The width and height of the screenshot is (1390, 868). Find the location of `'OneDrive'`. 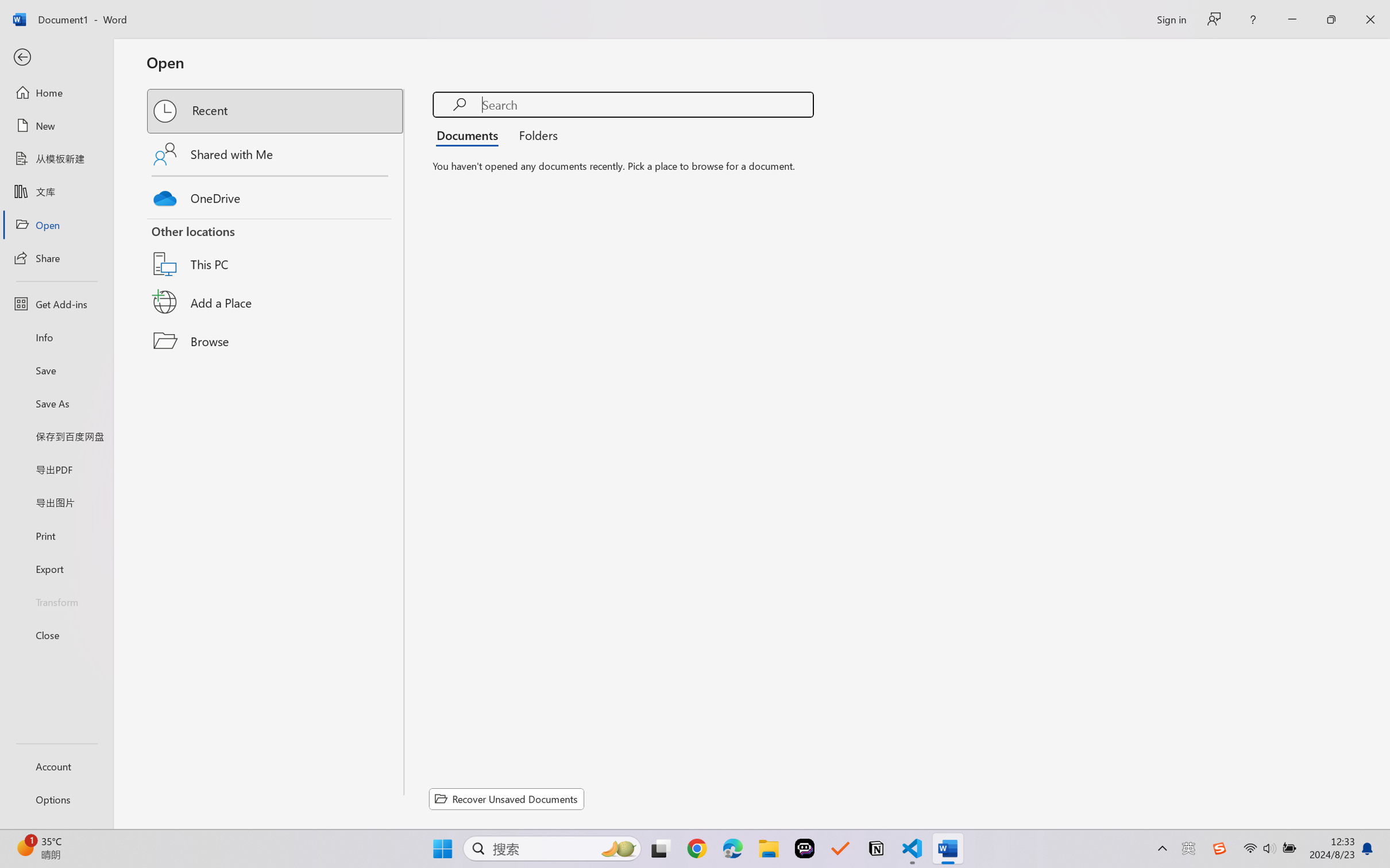

'OneDrive' is located at coordinates (276, 195).